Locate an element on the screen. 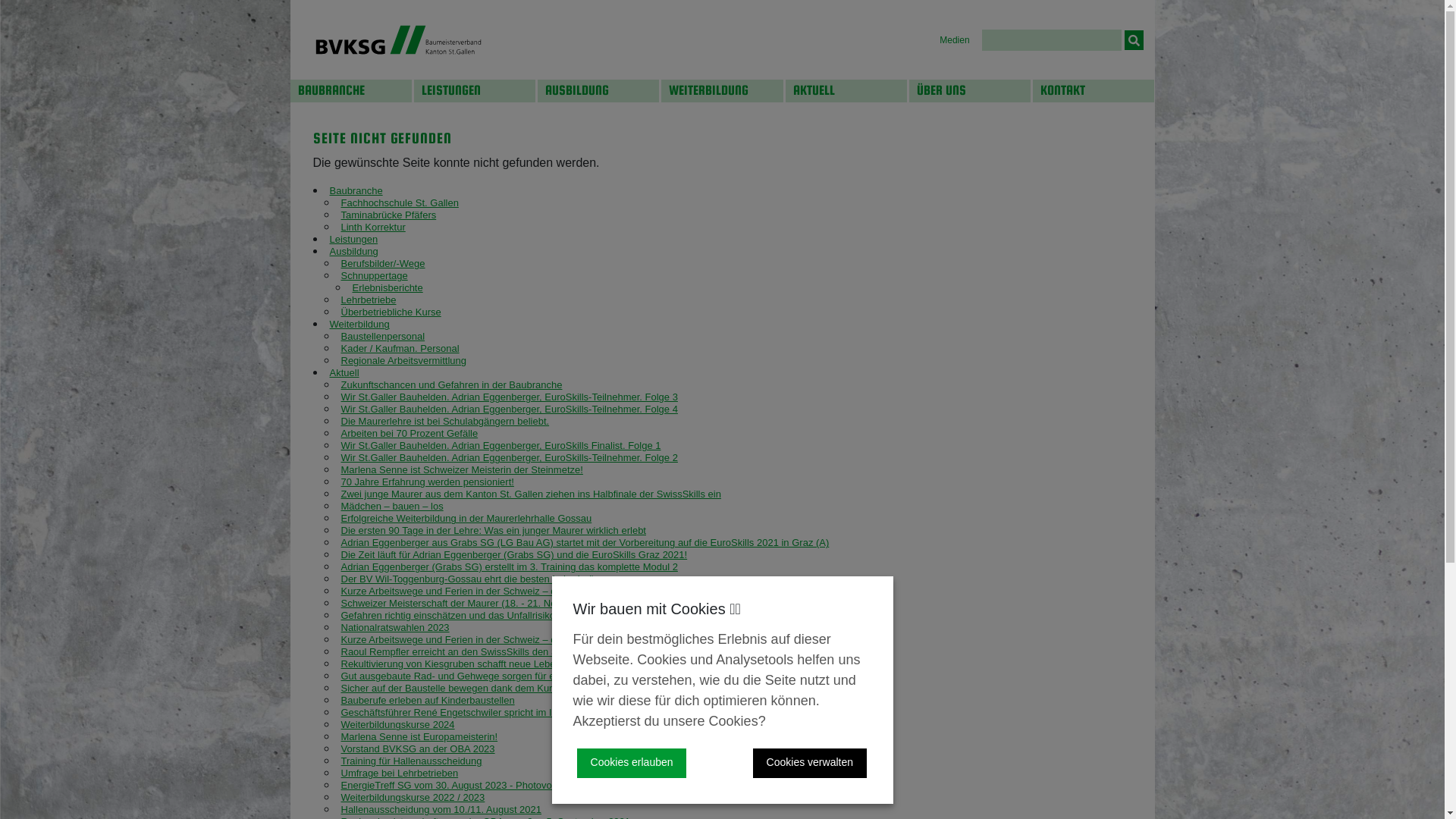 Image resolution: width=1456 pixels, height=819 pixels. 'Regionale Arbeitsvermittlung' is located at coordinates (403, 360).